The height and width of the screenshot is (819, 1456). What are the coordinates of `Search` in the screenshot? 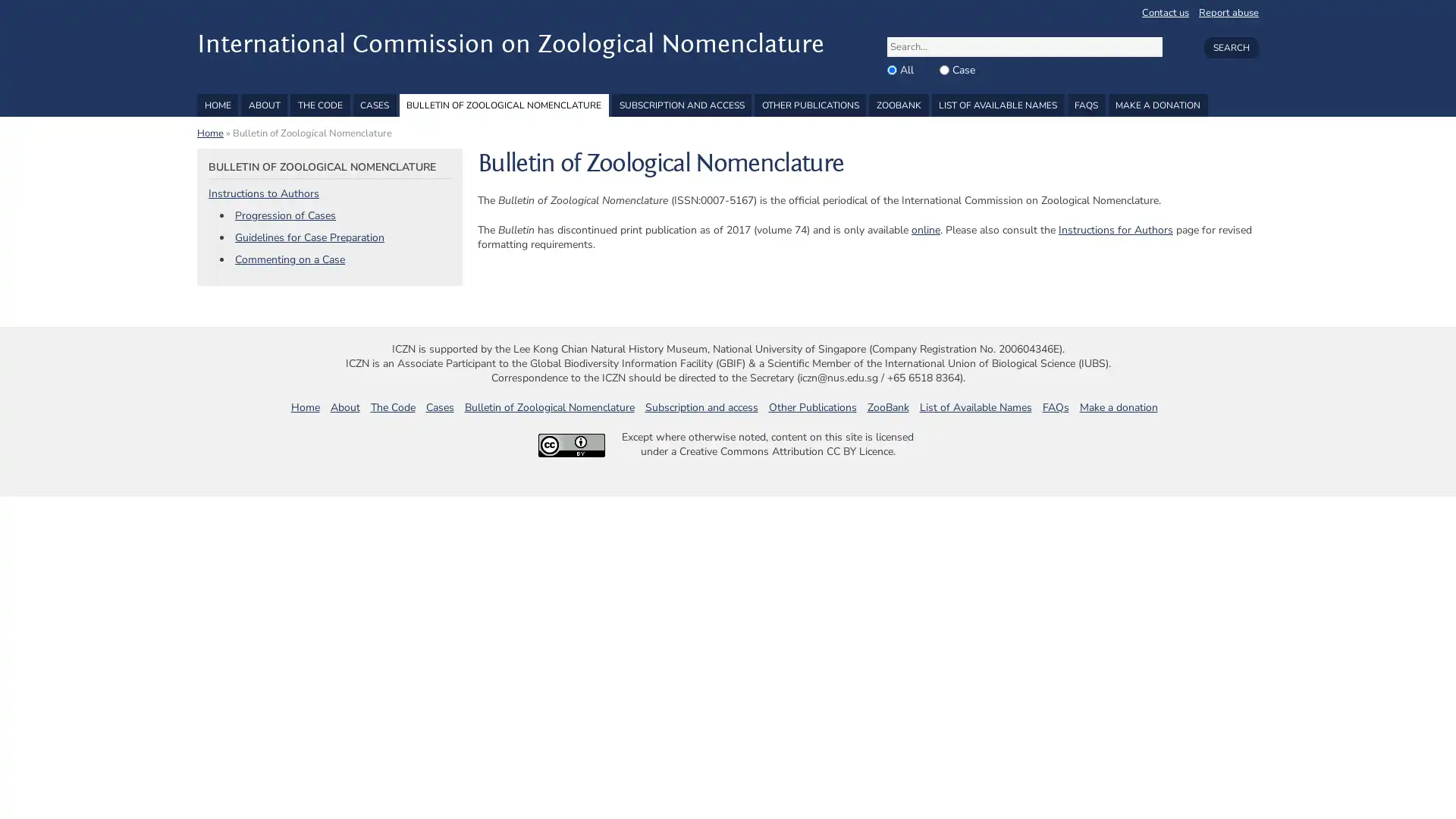 It's located at (1230, 46).